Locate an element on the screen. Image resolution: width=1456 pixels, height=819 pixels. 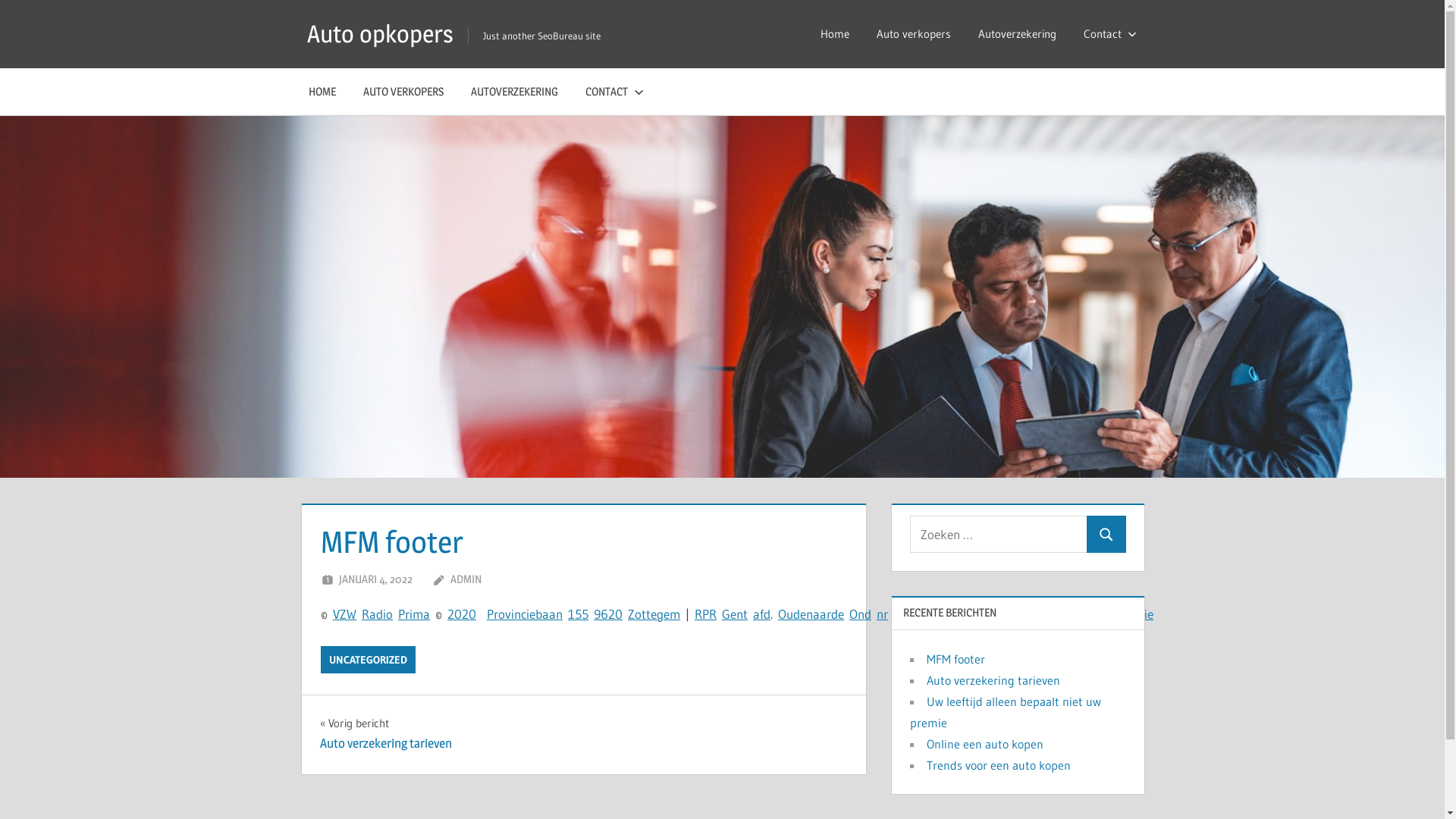
'AUTO VERKOPERS' is located at coordinates (403, 91).